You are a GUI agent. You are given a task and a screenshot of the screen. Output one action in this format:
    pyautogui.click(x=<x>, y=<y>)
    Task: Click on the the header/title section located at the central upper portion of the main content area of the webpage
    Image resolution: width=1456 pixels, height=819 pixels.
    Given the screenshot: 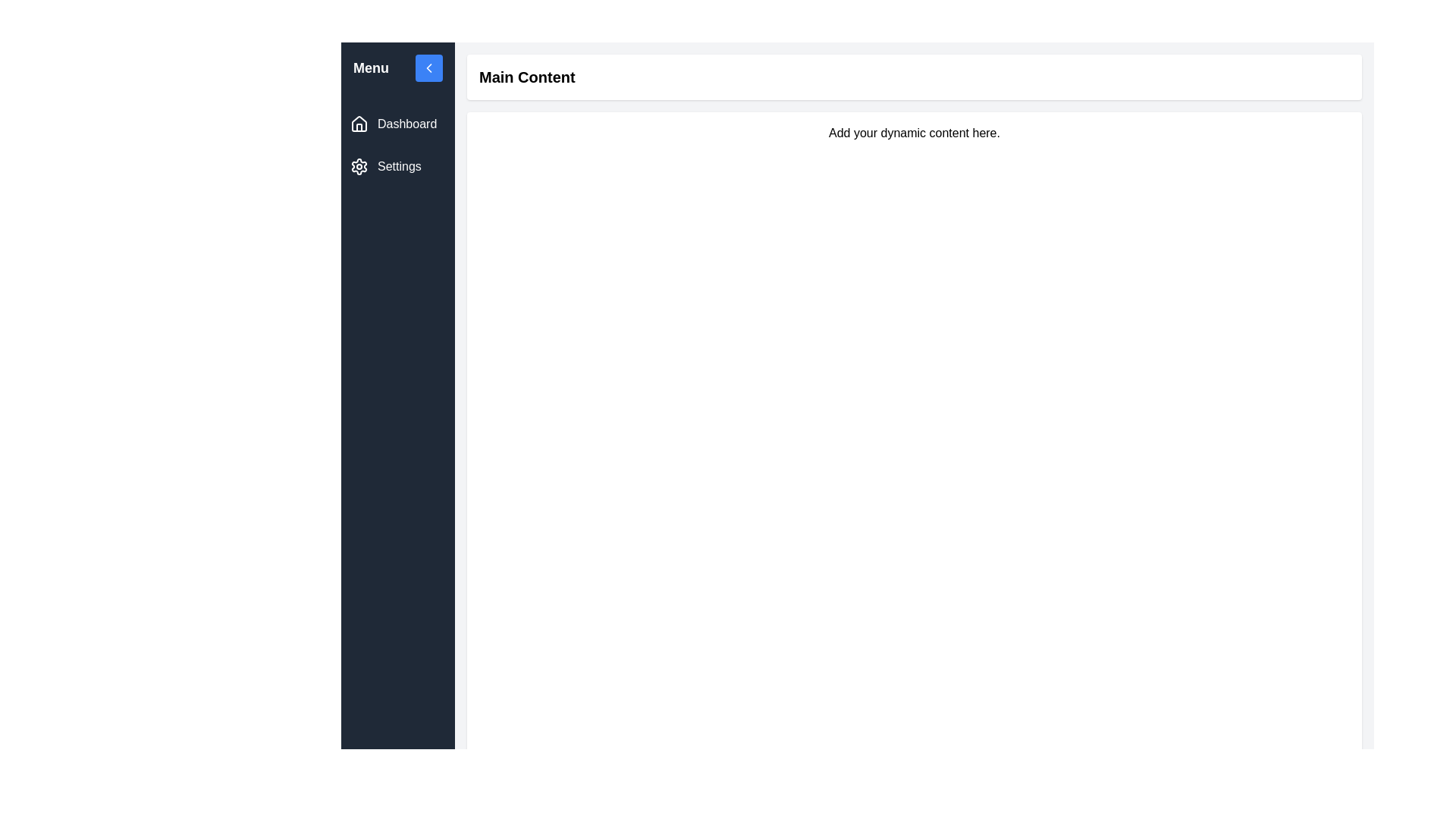 What is the action you would take?
    pyautogui.click(x=913, y=77)
    